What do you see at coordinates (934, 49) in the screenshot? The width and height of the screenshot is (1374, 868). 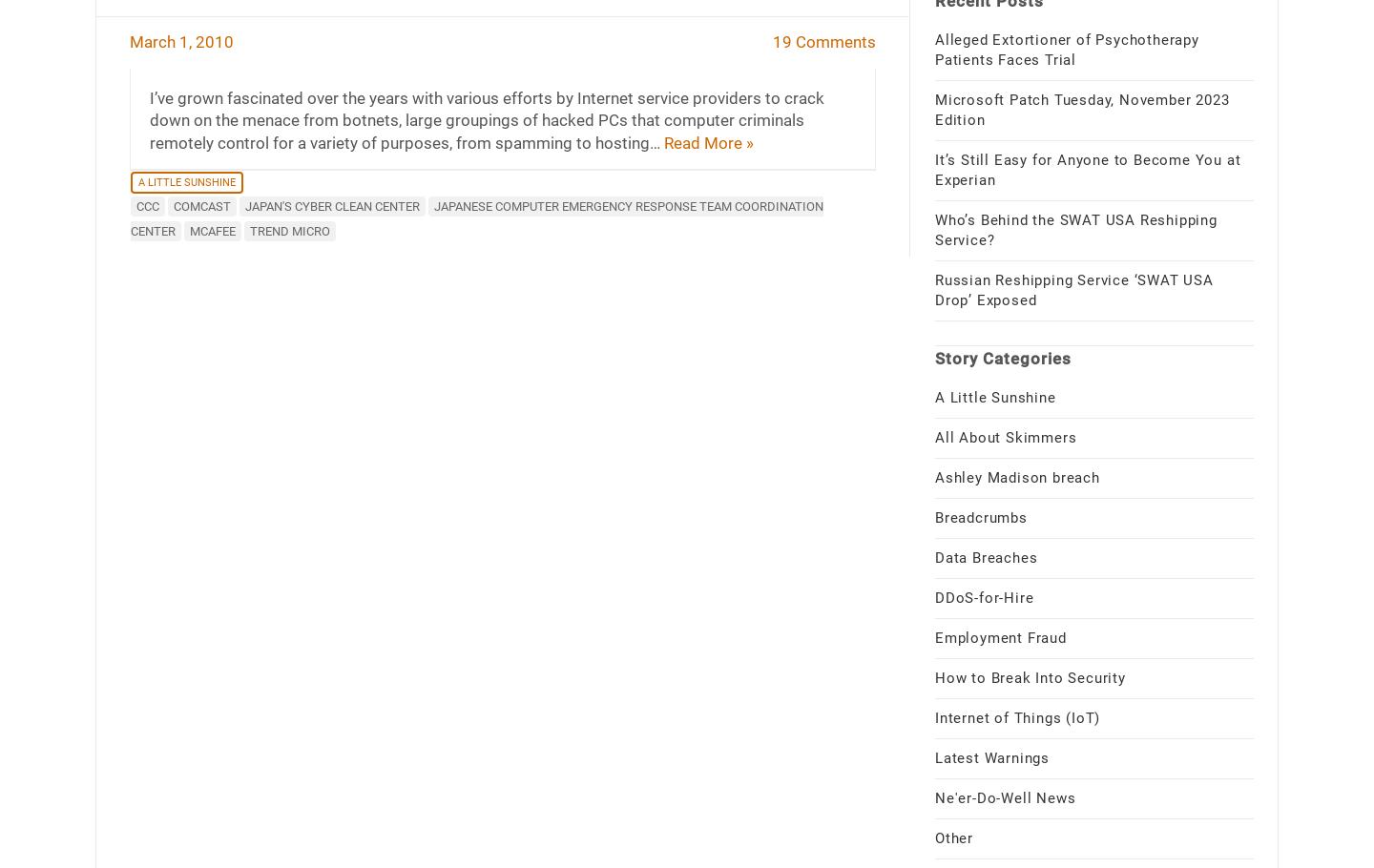 I see `'Alleged Extortioner of Psychotherapy Patients Faces Trial'` at bounding box center [934, 49].